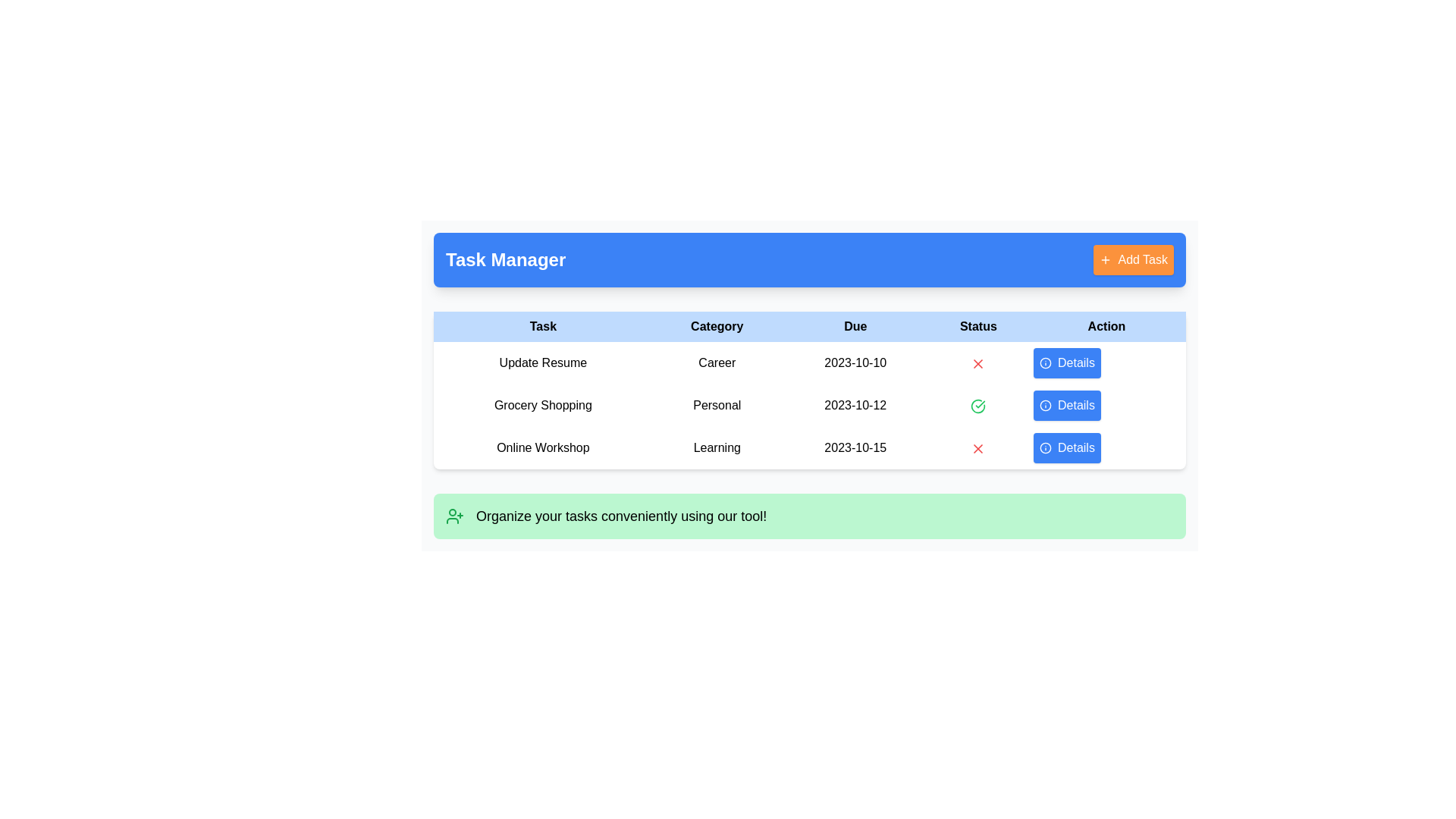 The width and height of the screenshot is (1456, 819). What do you see at coordinates (543, 362) in the screenshot?
I see `text from the label that describes the task item, located at the top of the 'Task' column in the table layout` at bounding box center [543, 362].